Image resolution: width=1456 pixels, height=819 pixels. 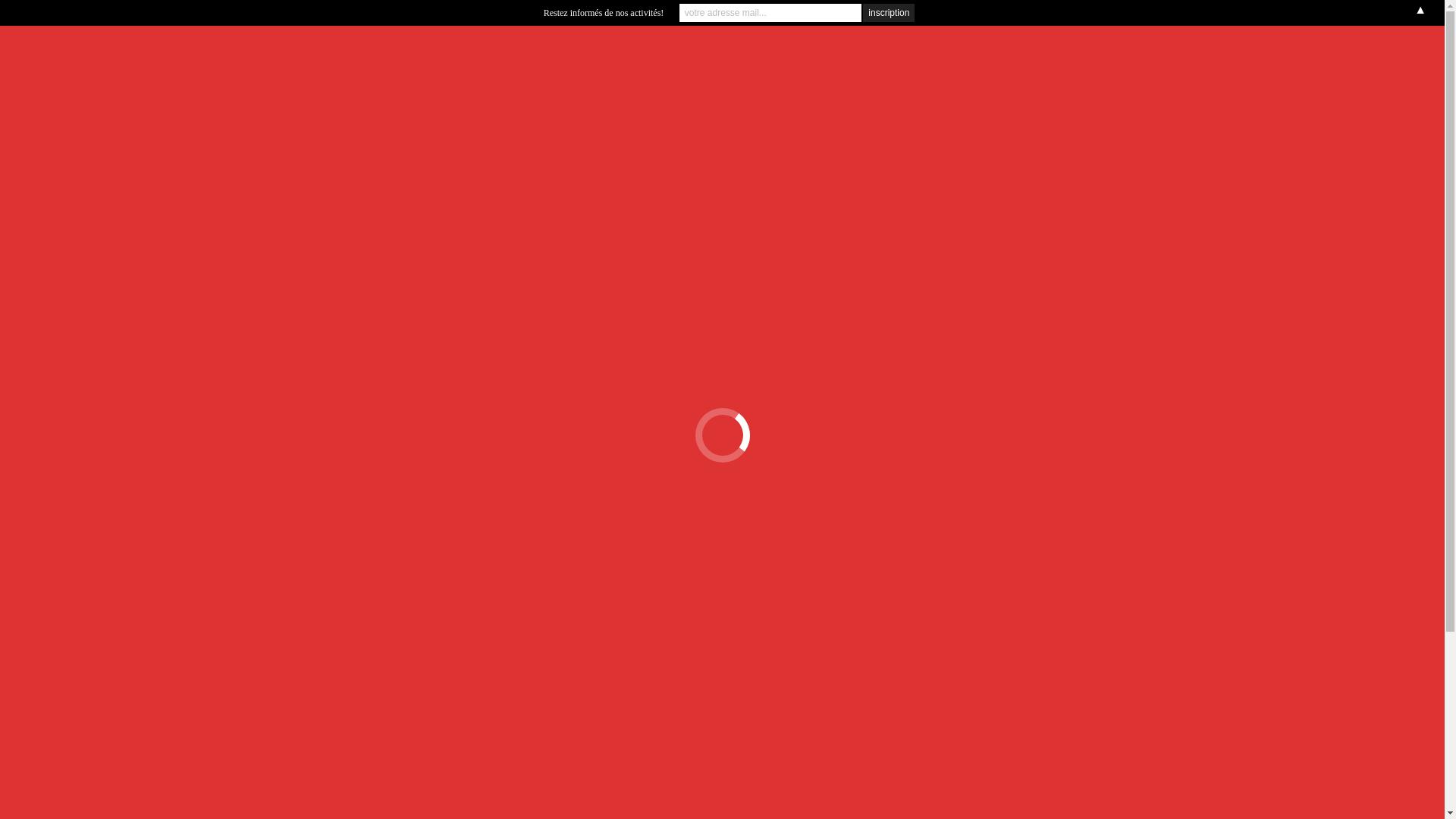 What do you see at coordinates (888, 12) in the screenshot?
I see `'inscription'` at bounding box center [888, 12].